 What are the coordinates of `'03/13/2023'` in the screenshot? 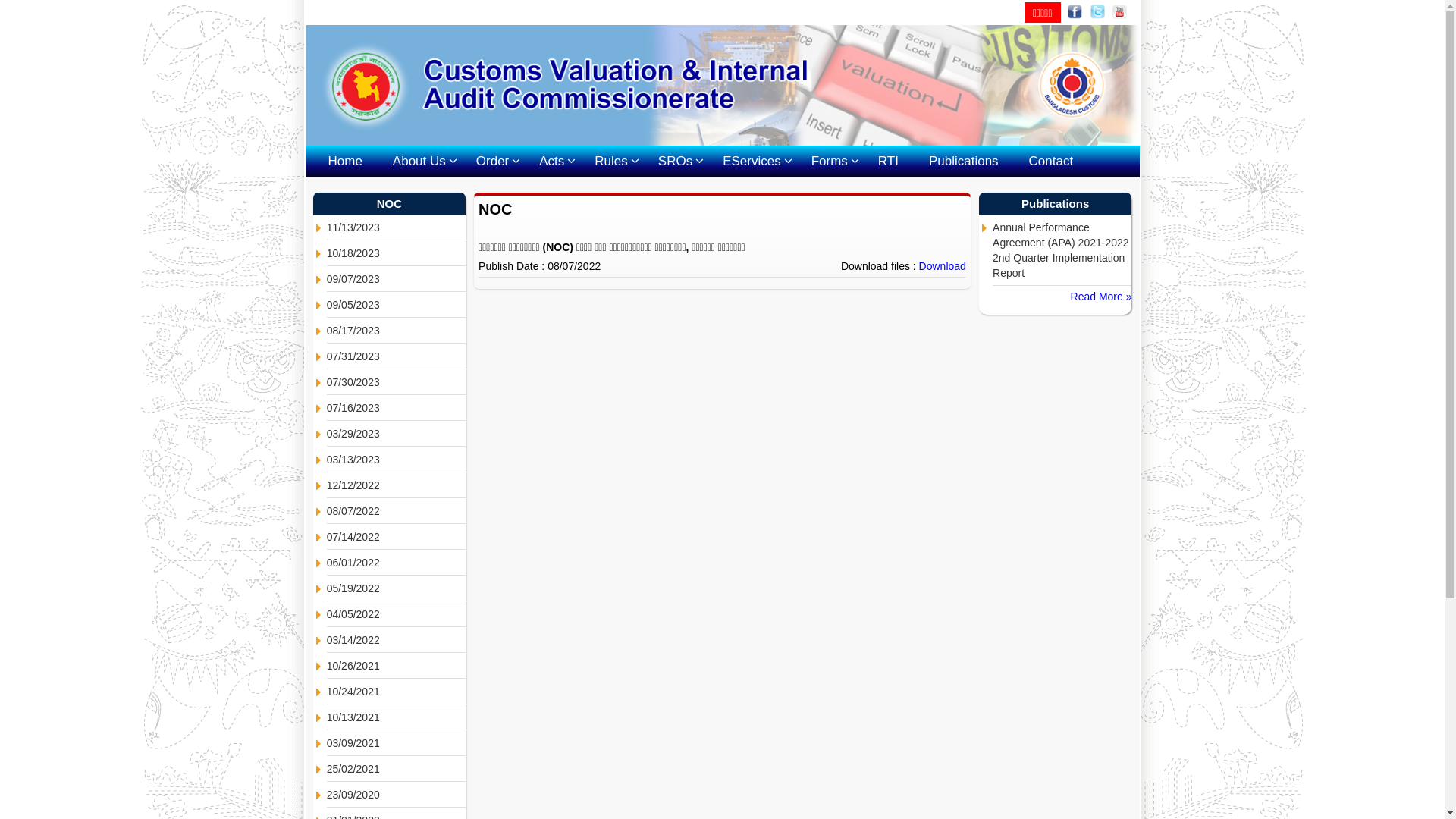 It's located at (396, 459).